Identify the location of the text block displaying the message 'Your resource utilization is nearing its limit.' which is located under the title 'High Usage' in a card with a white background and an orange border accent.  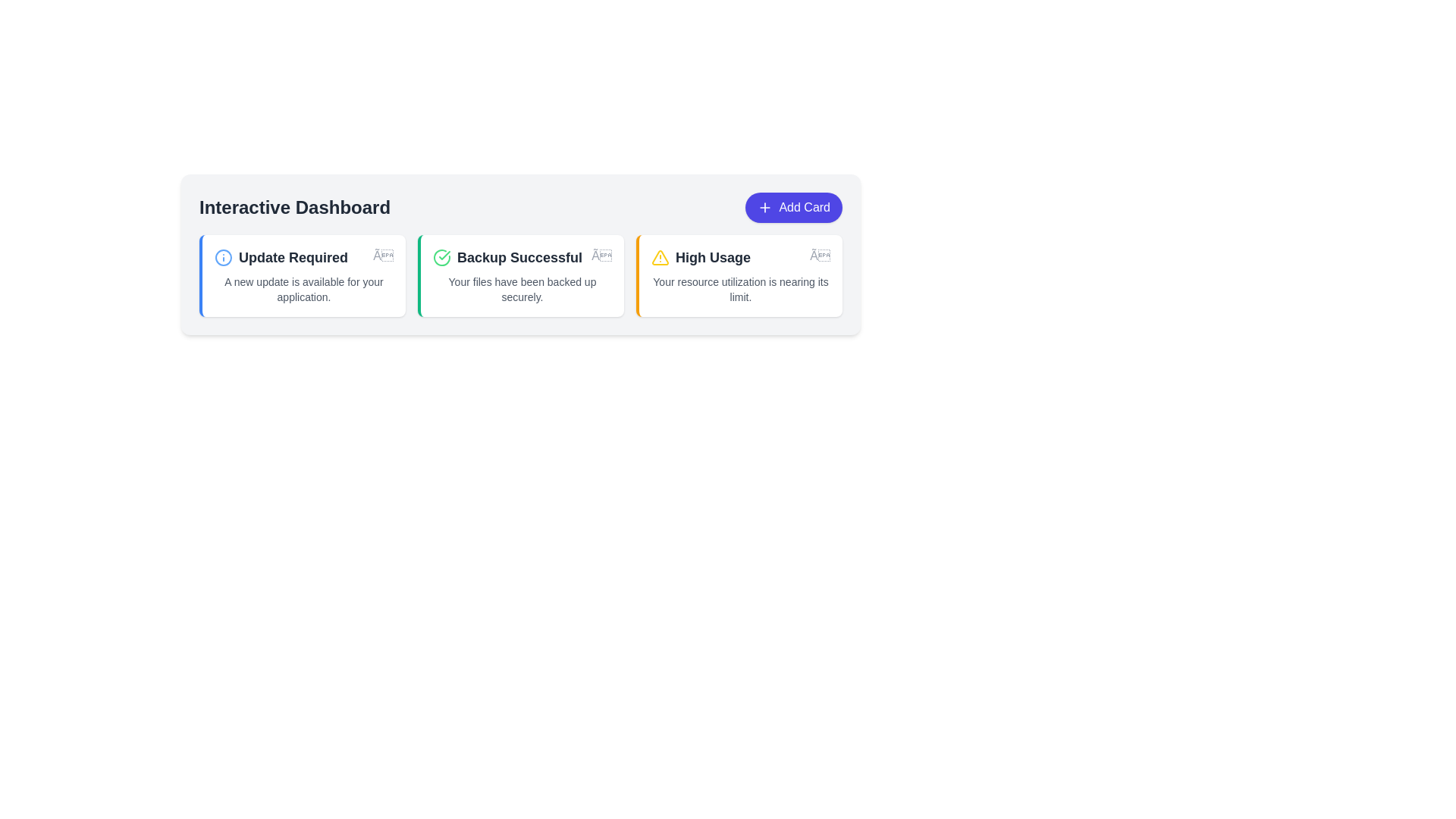
(741, 289).